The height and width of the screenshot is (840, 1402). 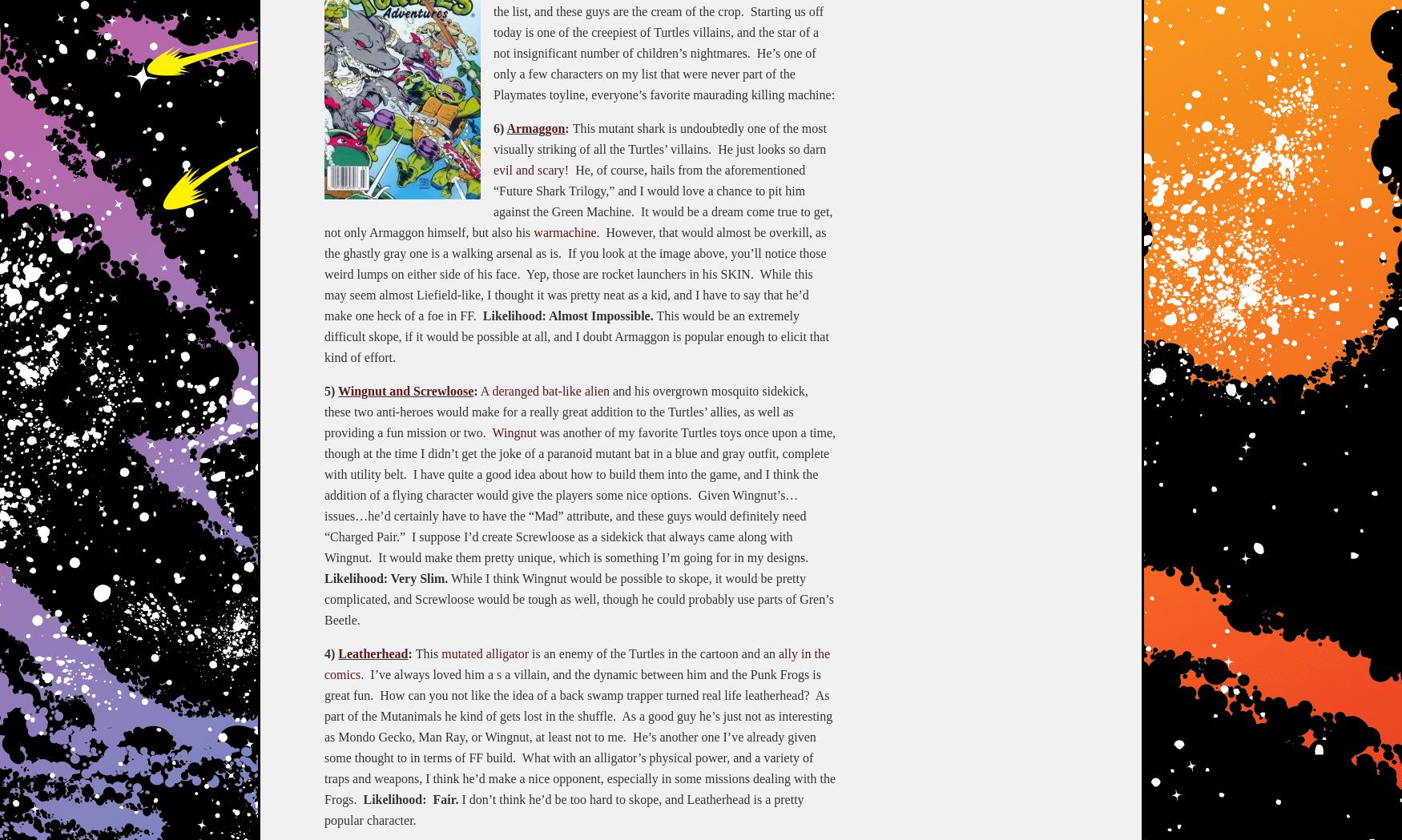 I want to click on 'warmachine', so click(x=565, y=231).